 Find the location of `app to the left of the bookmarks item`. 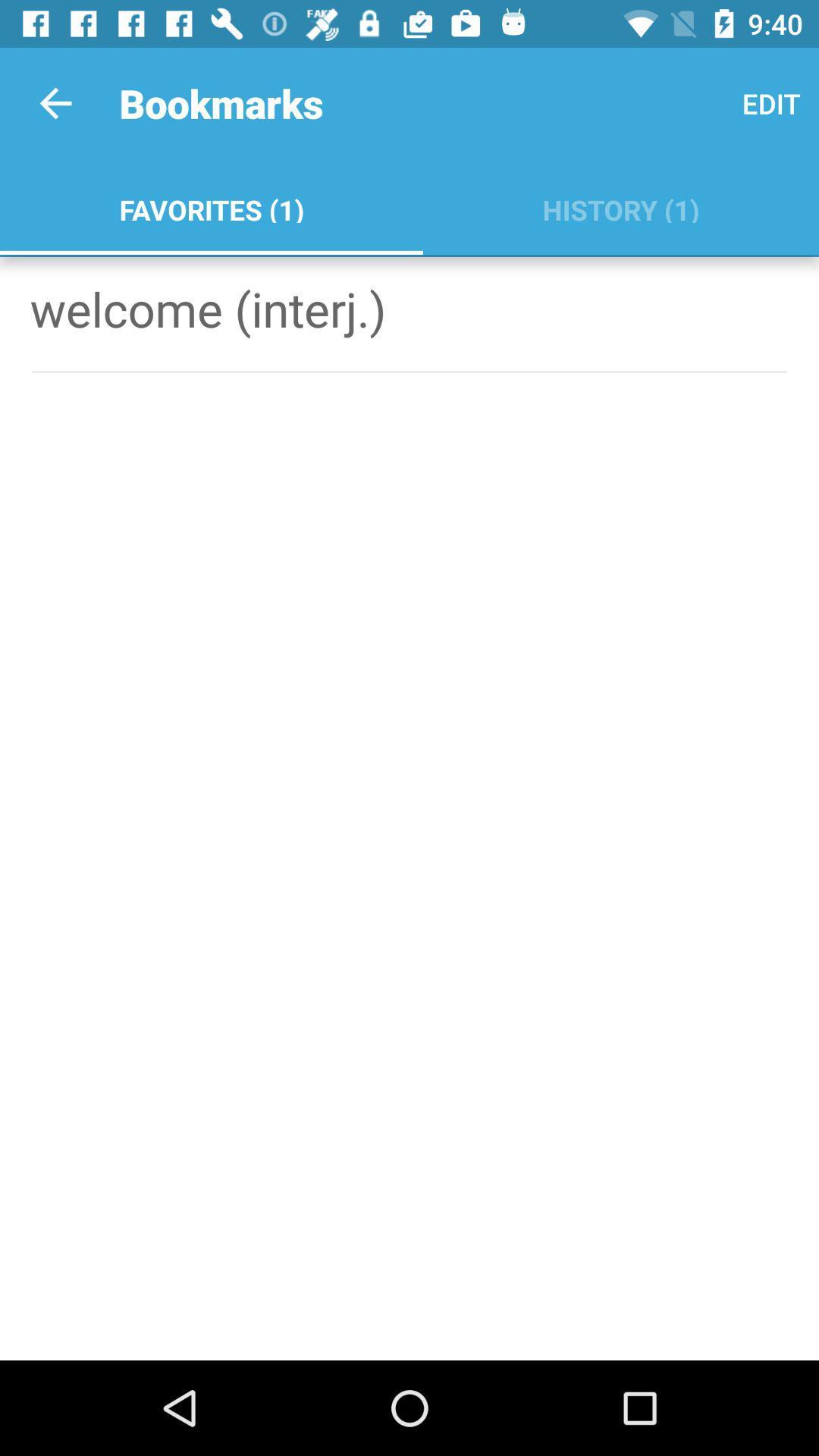

app to the left of the bookmarks item is located at coordinates (55, 102).